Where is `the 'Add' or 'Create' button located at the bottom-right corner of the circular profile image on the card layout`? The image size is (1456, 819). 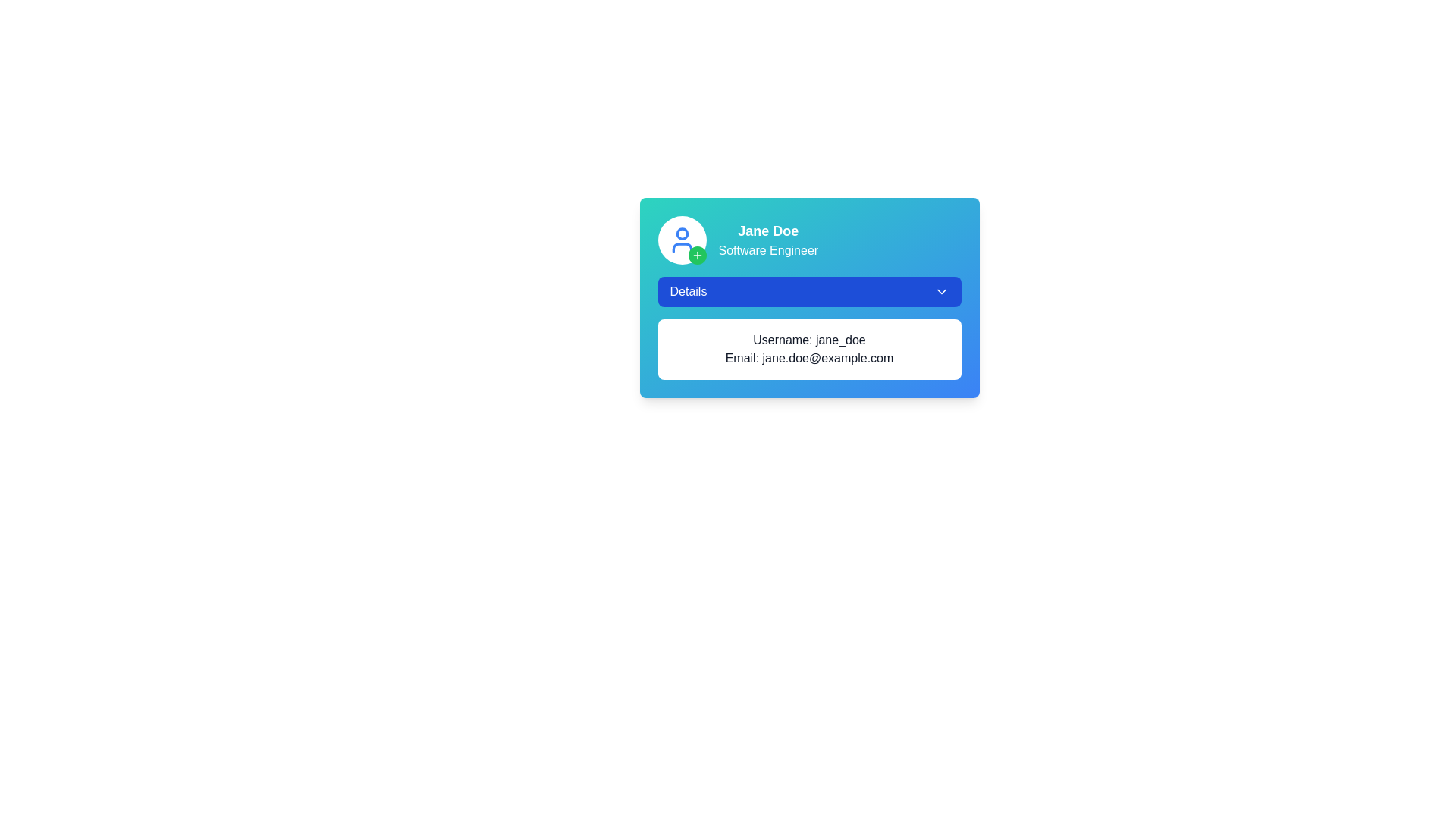
the 'Add' or 'Create' button located at the bottom-right corner of the circular profile image on the card layout is located at coordinates (696, 254).